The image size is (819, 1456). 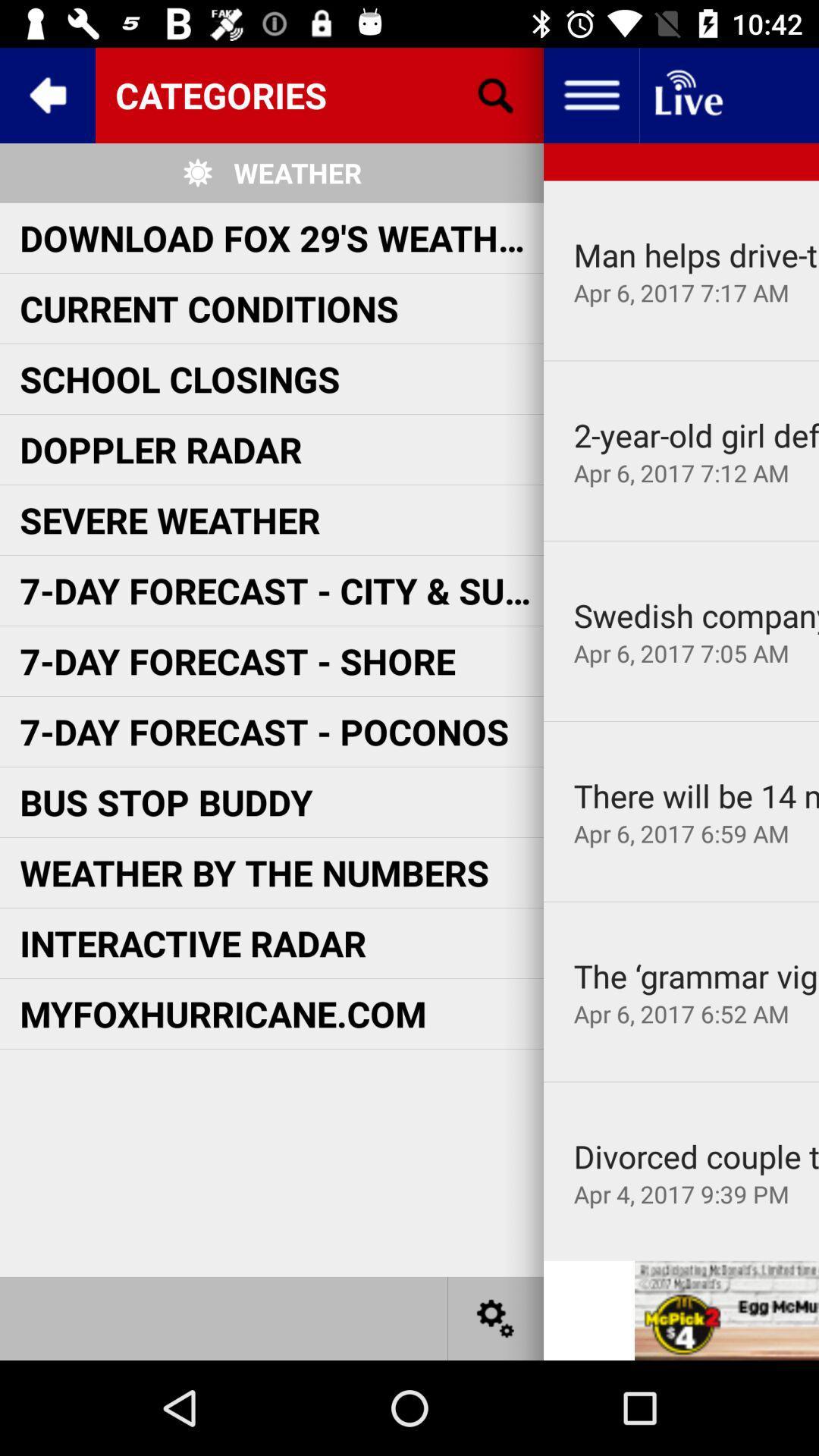 What do you see at coordinates (281, 237) in the screenshot?
I see `the item above current conditions` at bounding box center [281, 237].